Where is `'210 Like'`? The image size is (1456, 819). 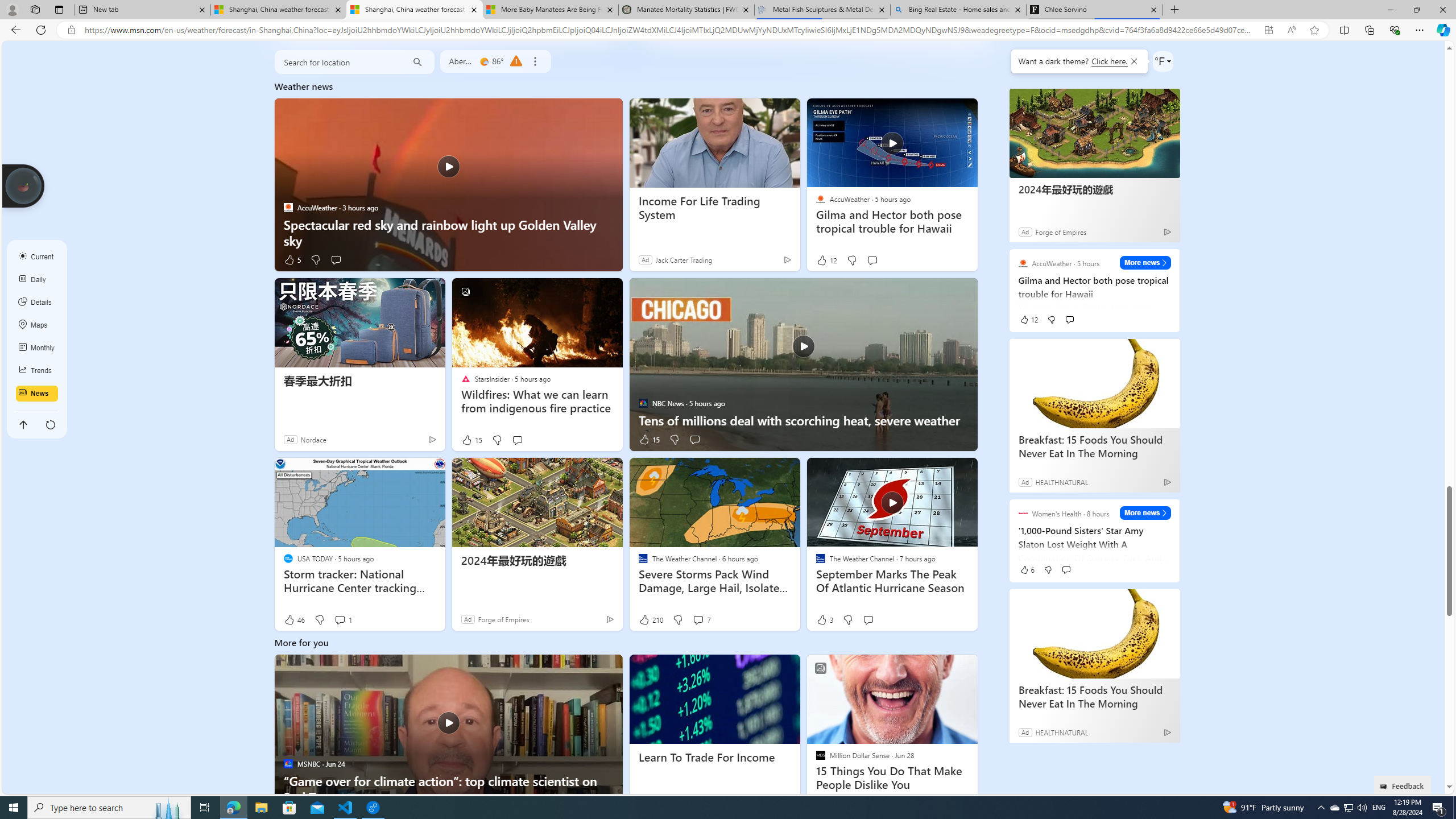 '210 Like' is located at coordinates (651, 619).